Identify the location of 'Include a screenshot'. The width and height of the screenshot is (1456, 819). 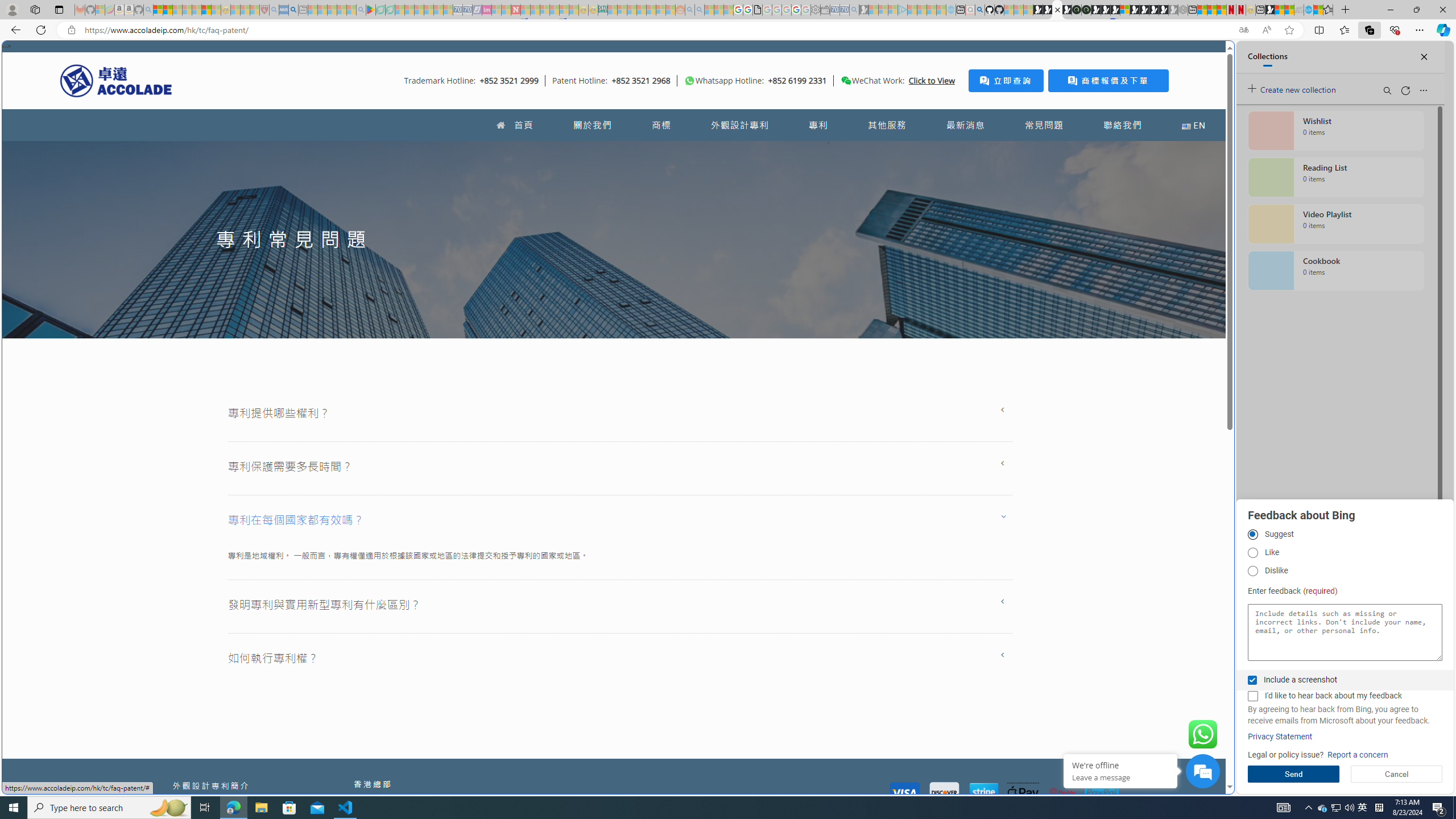
(1252, 679).